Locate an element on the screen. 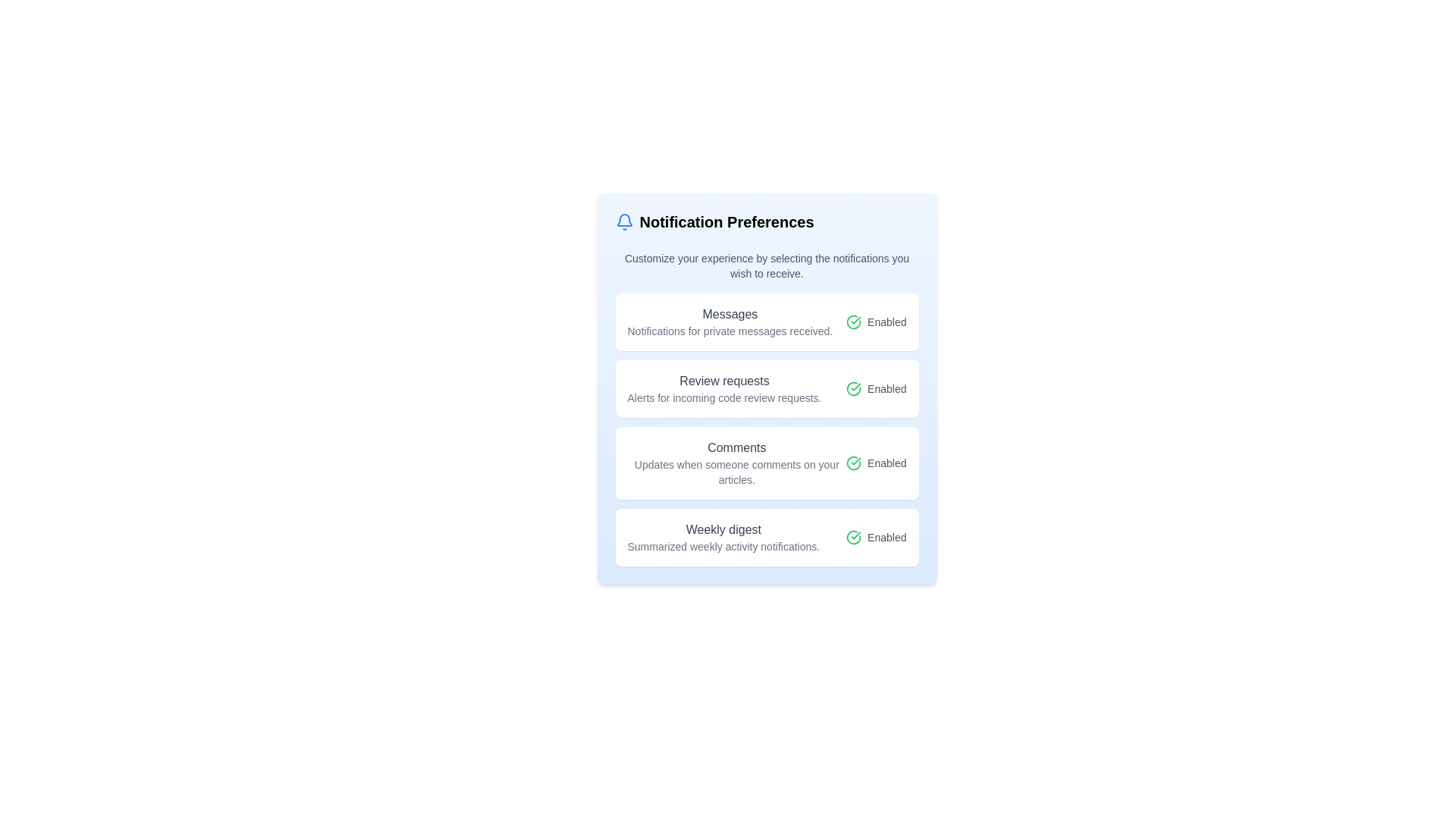 This screenshot has height=819, width=1456. the header with an icon that serves as the title of the notification settings section, located at the top of the notification settings card is located at coordinates (767, 222).